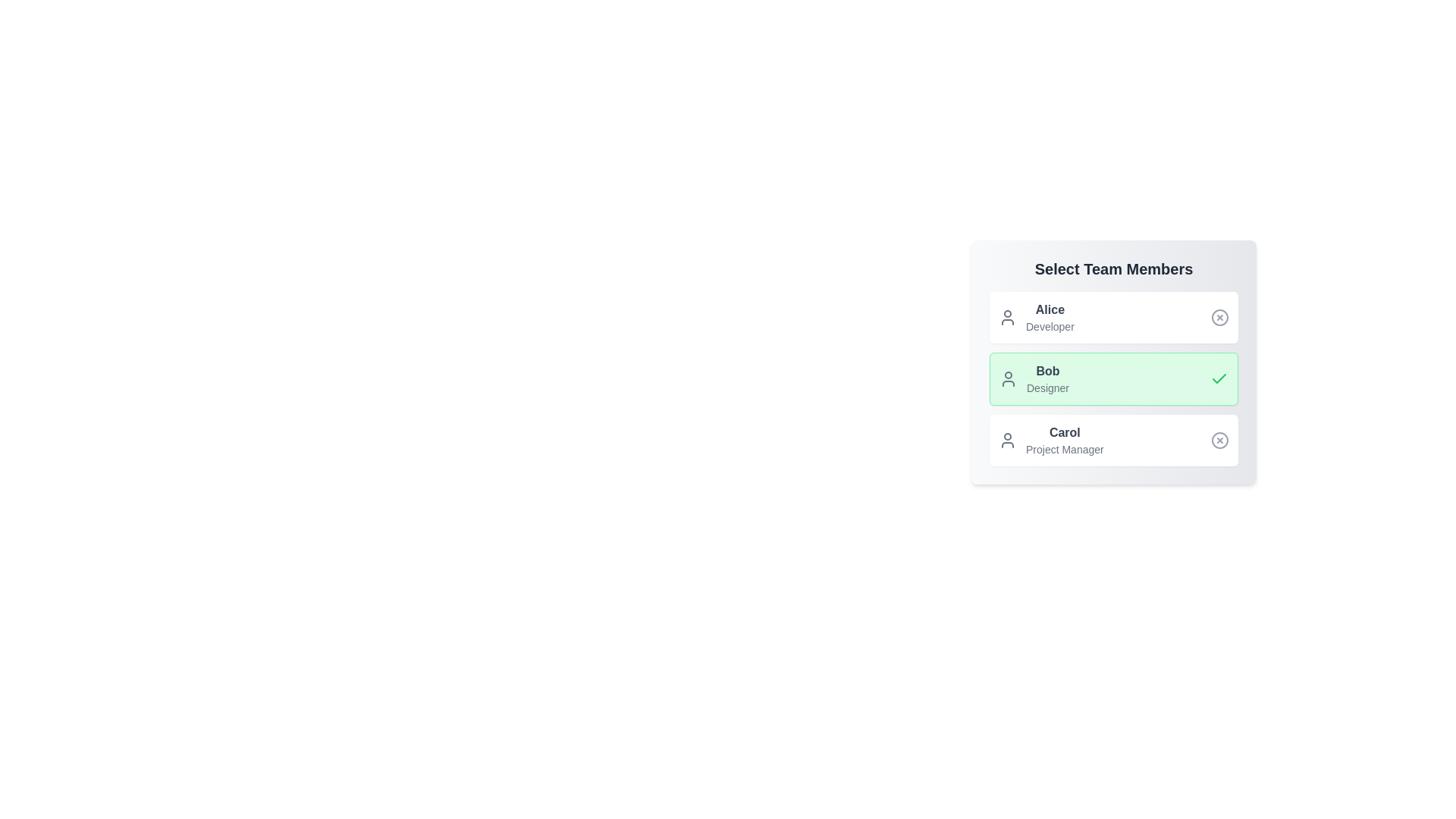 This screenshot has height=819, width=1456. Describe the element at coordinates (1113, 378) in the screenshot. I see `the profile chip for Bob` at that location.